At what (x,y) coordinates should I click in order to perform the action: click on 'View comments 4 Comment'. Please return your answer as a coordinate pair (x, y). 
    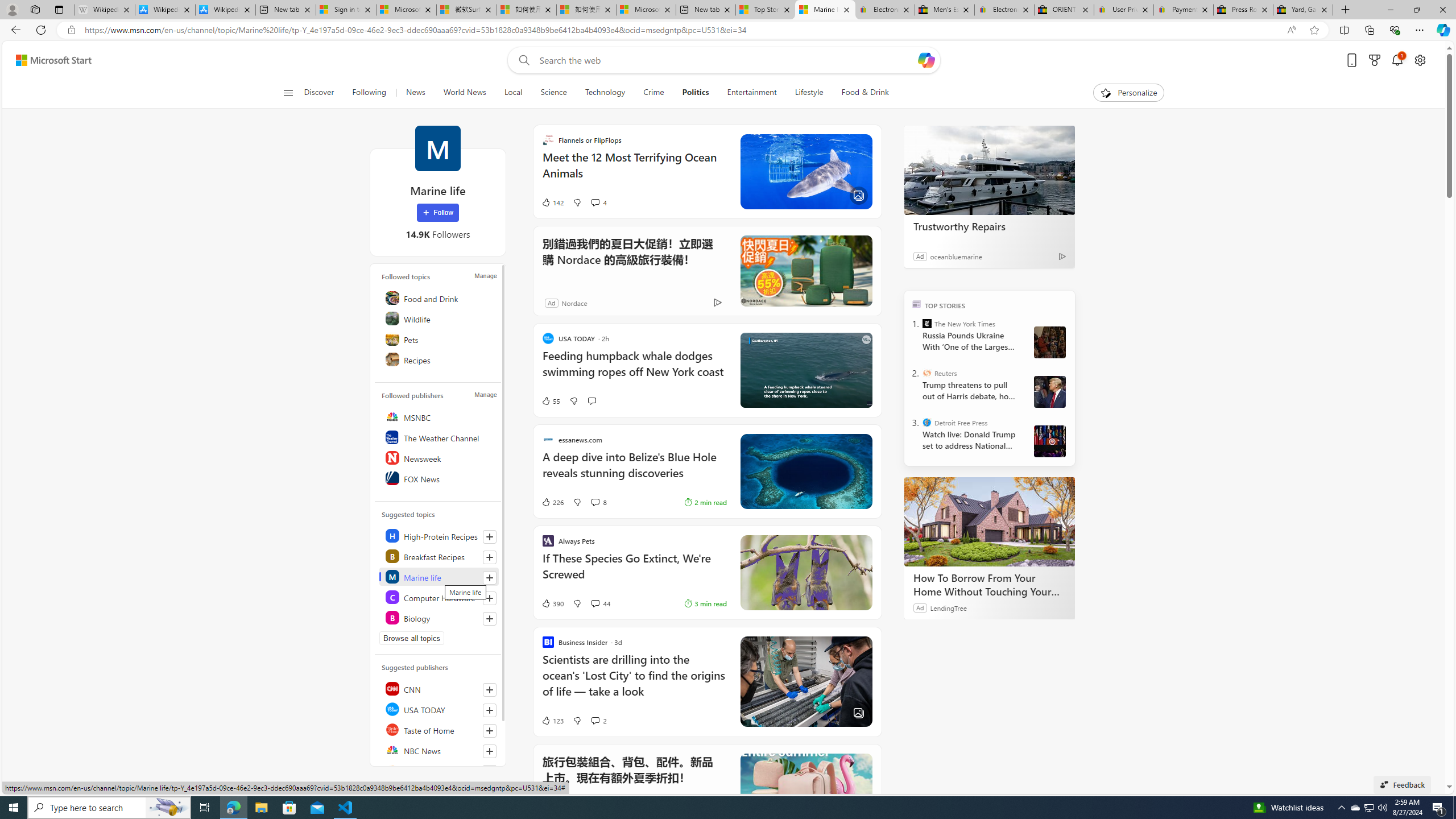
    Looking at the image, I should click on (594, 202).